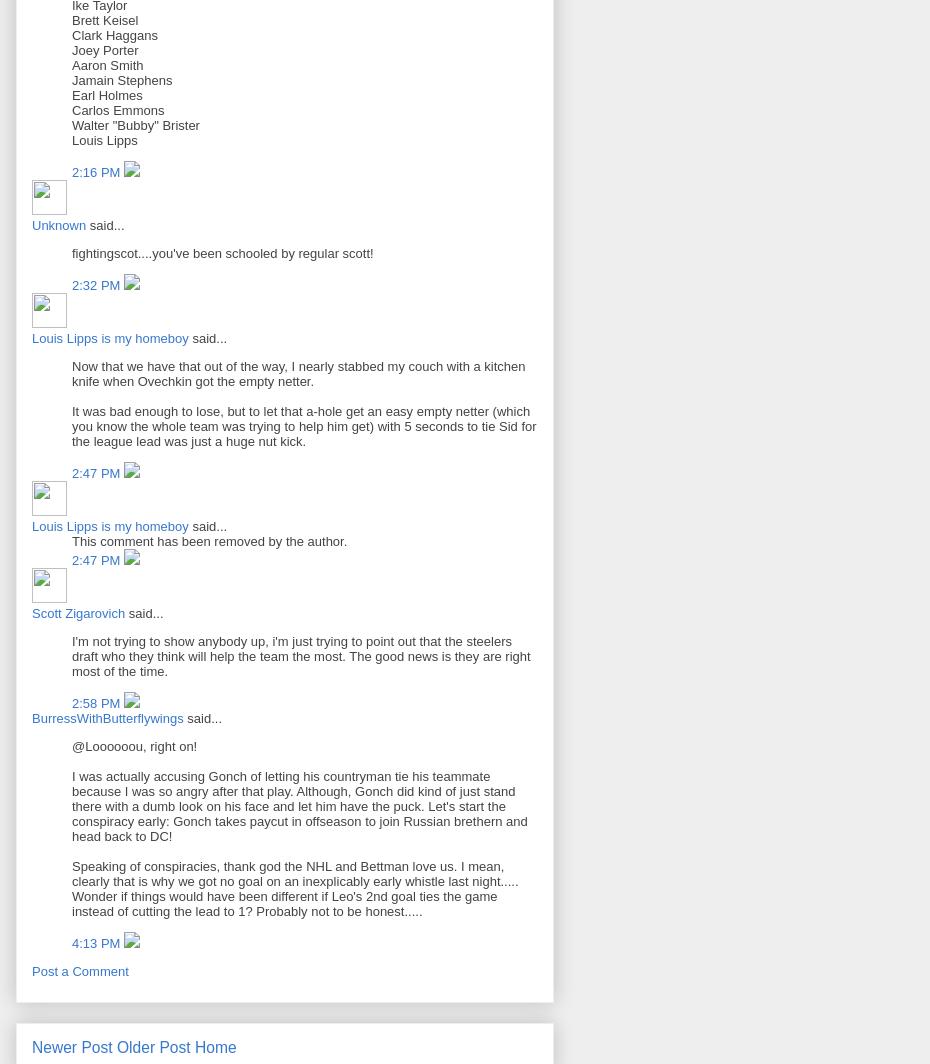 The height and width of the screenshot is (1064, 930). Describe the element at coordinates (301, 656) in the screenshot. I see `'I'm not trying to show anybody up, i'm just trying to point out that the steelers draft who they think will help the team the most.  The good news is they are right most of the time.'` at that location.